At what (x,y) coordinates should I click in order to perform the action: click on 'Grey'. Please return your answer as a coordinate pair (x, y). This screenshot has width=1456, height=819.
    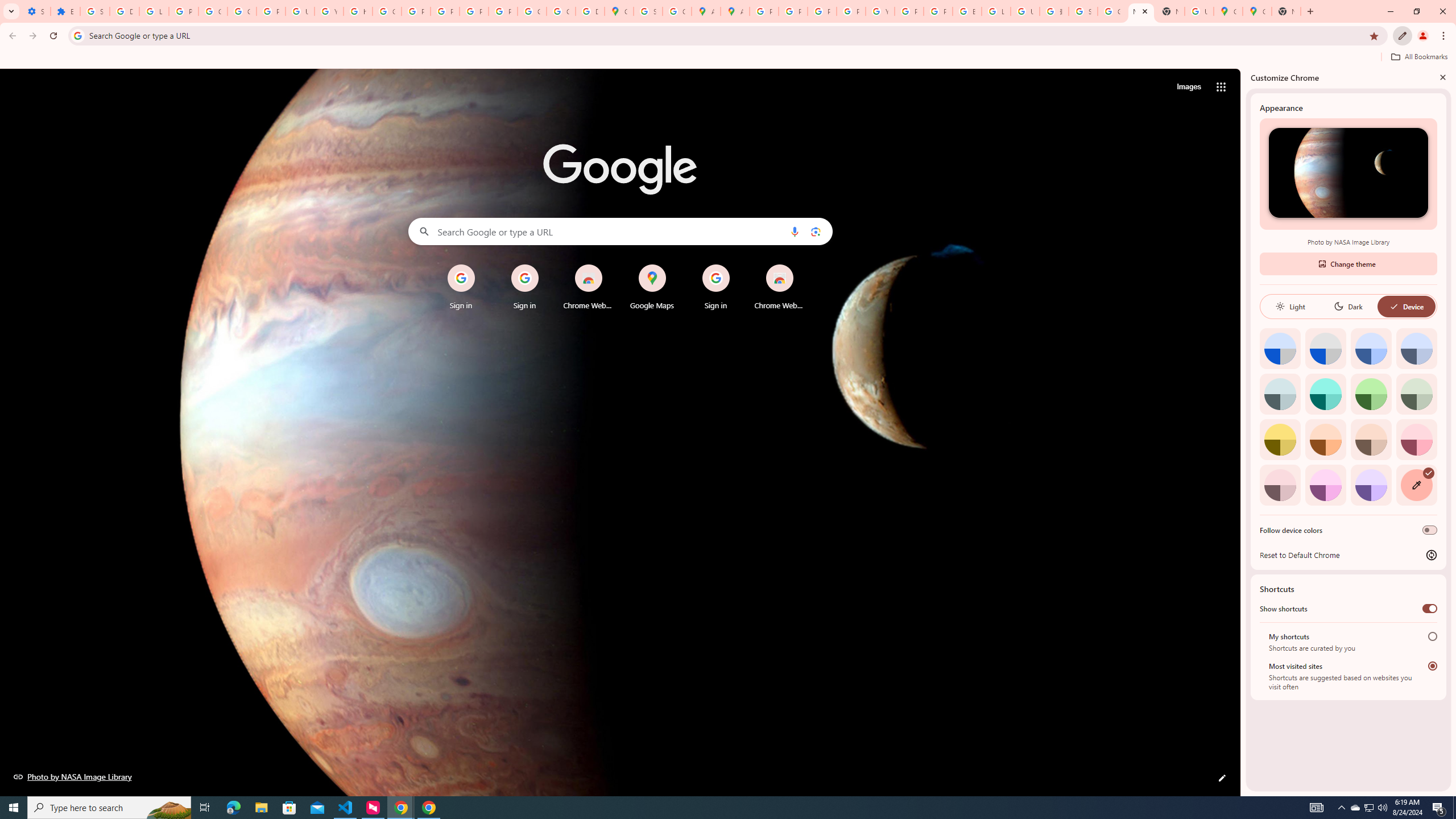
    Looking at the image, I should click on (1280, 394).